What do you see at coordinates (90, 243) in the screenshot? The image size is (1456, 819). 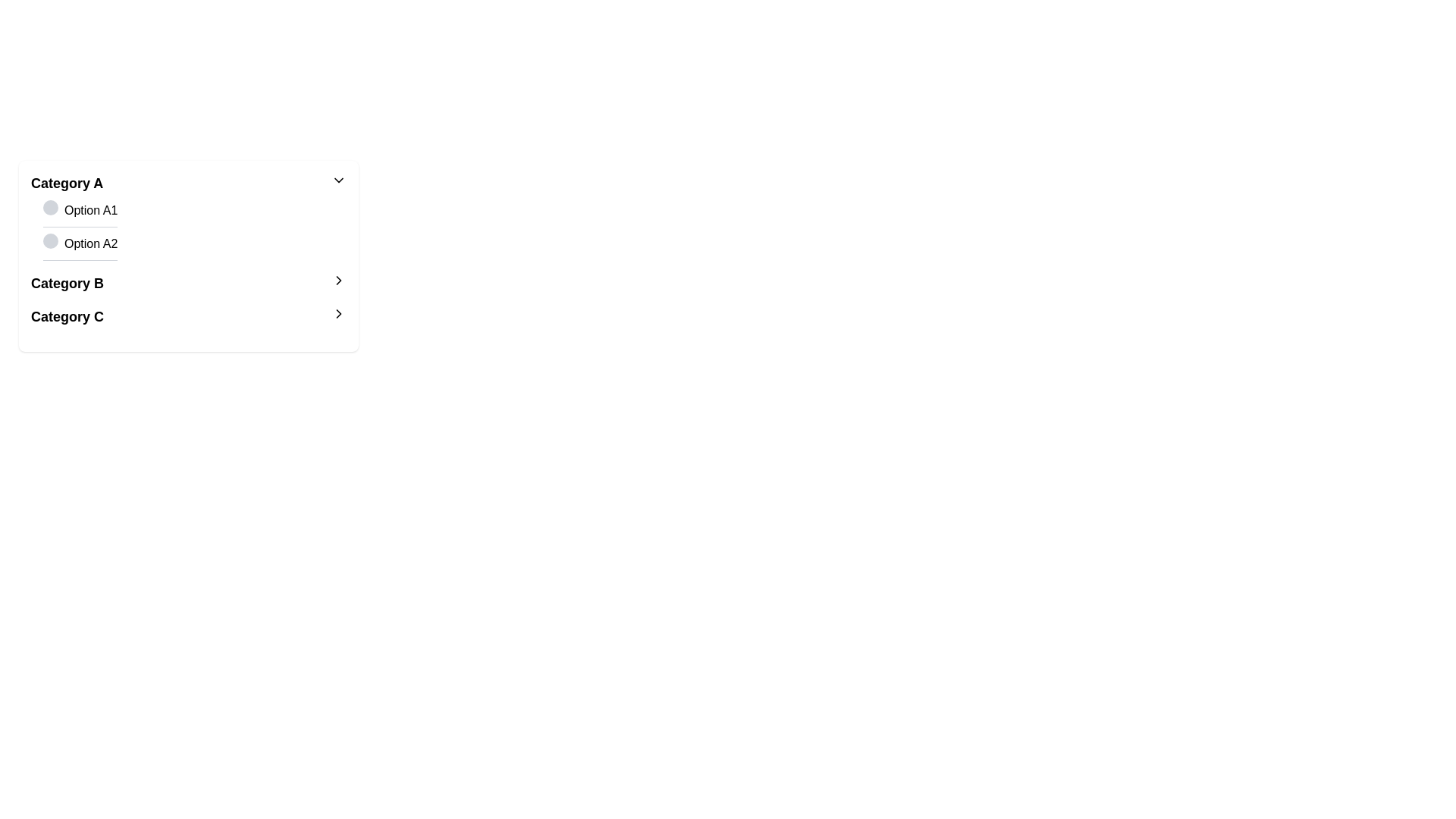 I see `the Menu Option Label for 'Option A2' located under 'Category A'` at bounding box center [90, 243].